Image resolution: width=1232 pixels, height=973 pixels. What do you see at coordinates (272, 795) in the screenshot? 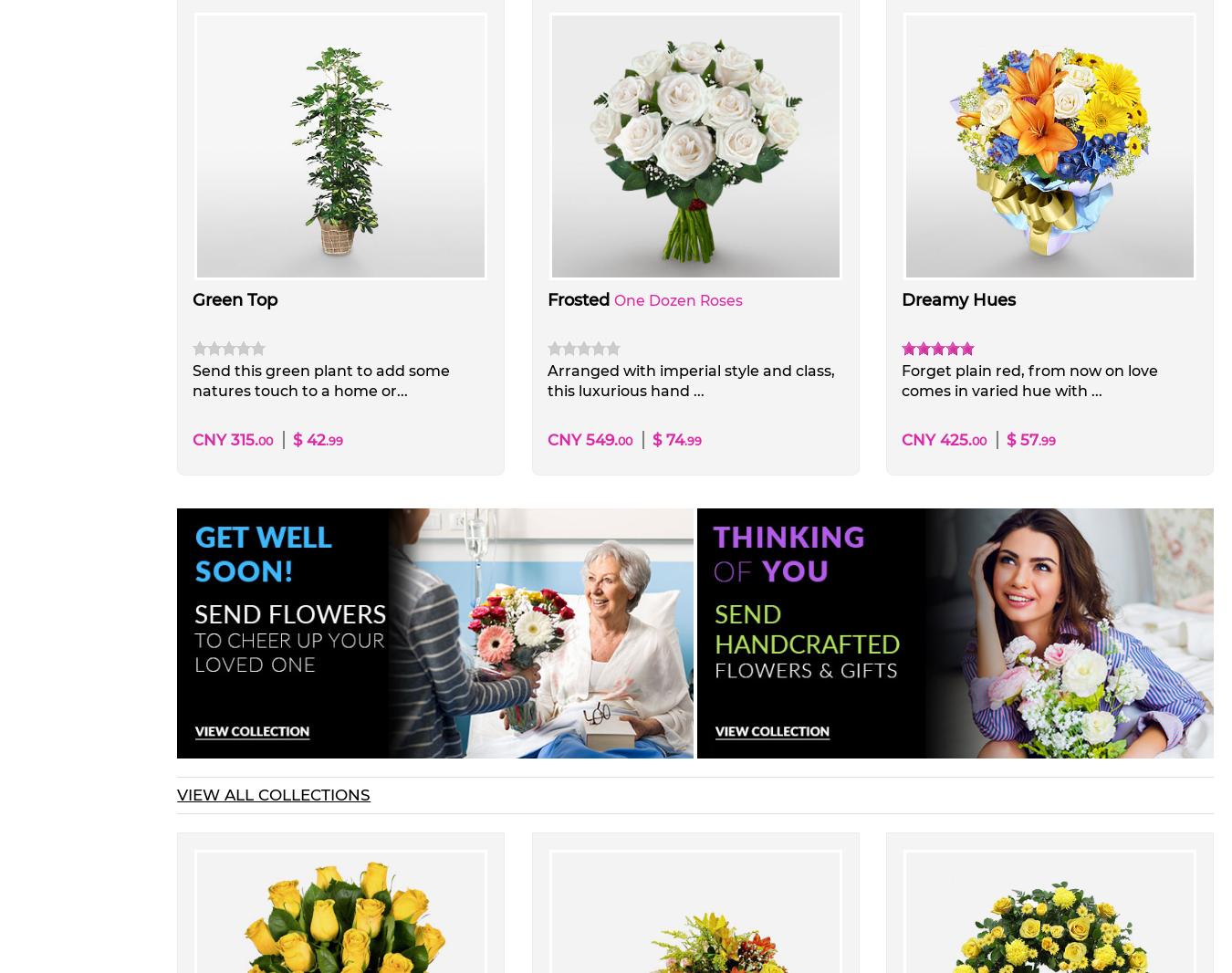
I see `'VIEW ALL COLLECTIONS'` at bounding box center [272, 795].